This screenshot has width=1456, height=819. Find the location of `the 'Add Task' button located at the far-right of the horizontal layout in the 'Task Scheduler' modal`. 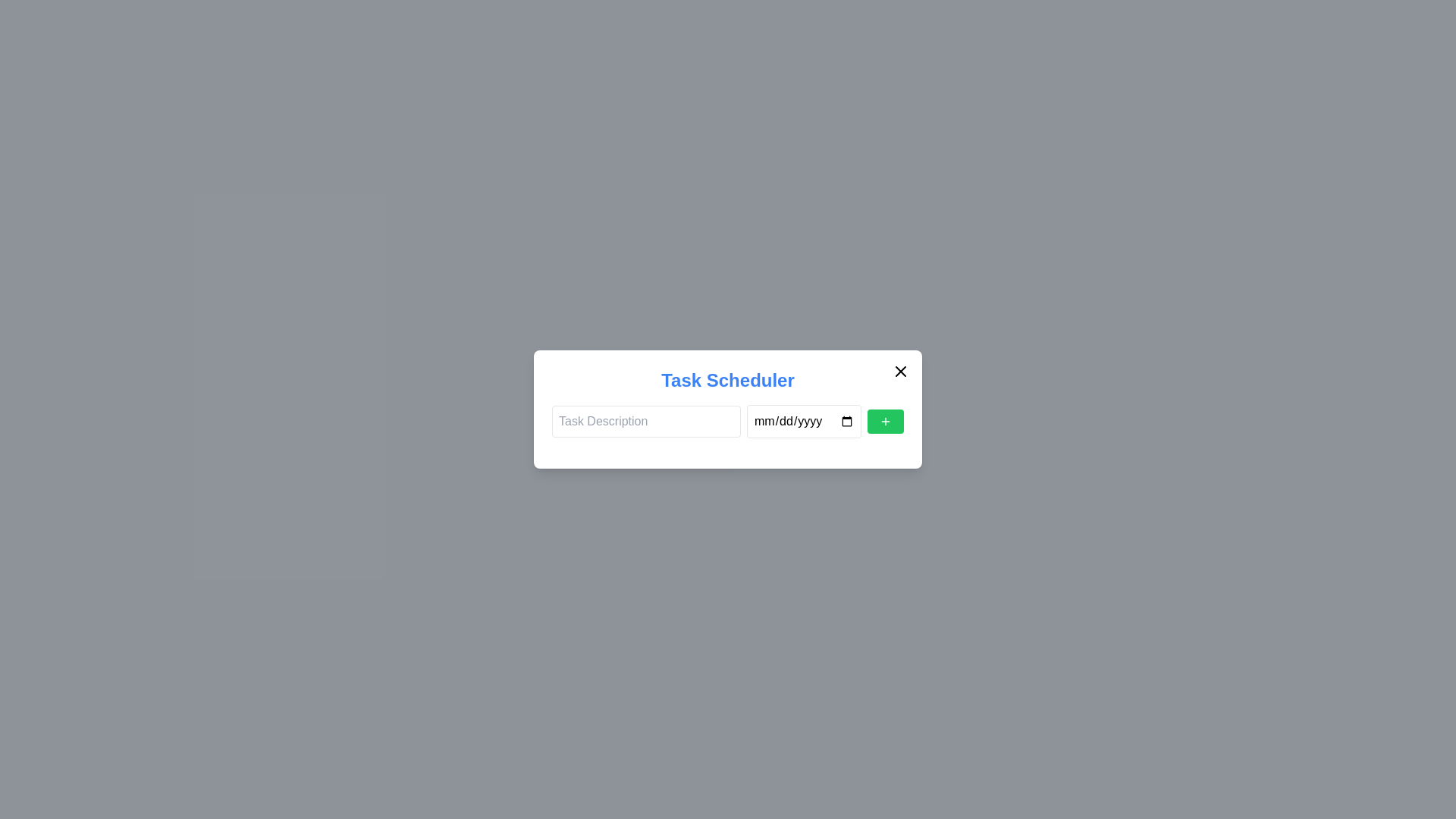

the 'Add Task' button located at the far-right of the horizontal layout in the 'Task Scheduler' modal is located at coordinates (885, 421).